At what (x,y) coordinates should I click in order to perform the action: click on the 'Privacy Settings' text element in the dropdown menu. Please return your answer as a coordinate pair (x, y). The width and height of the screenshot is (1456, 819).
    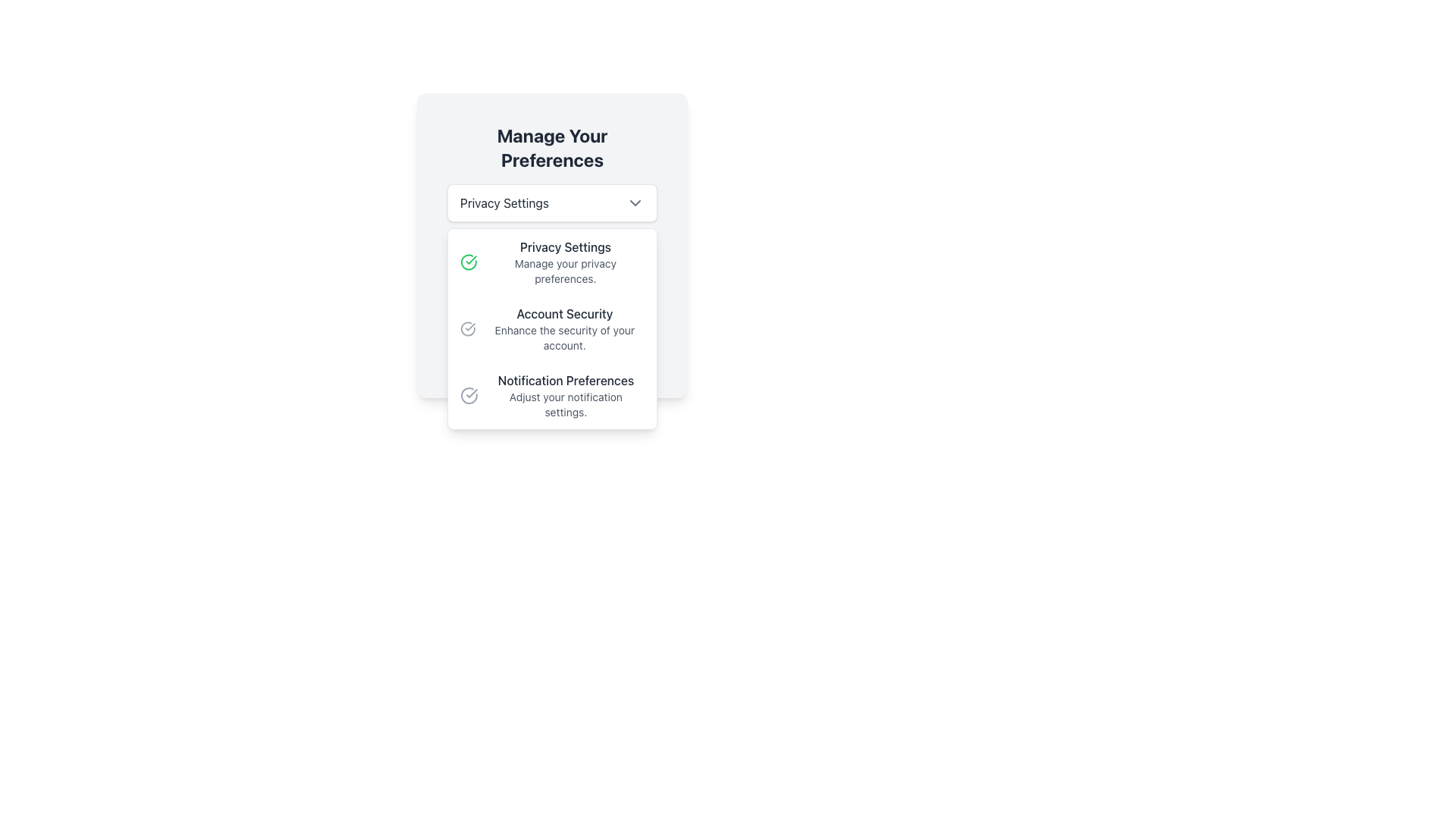
    Looking at the image, I should click on (564, 262).